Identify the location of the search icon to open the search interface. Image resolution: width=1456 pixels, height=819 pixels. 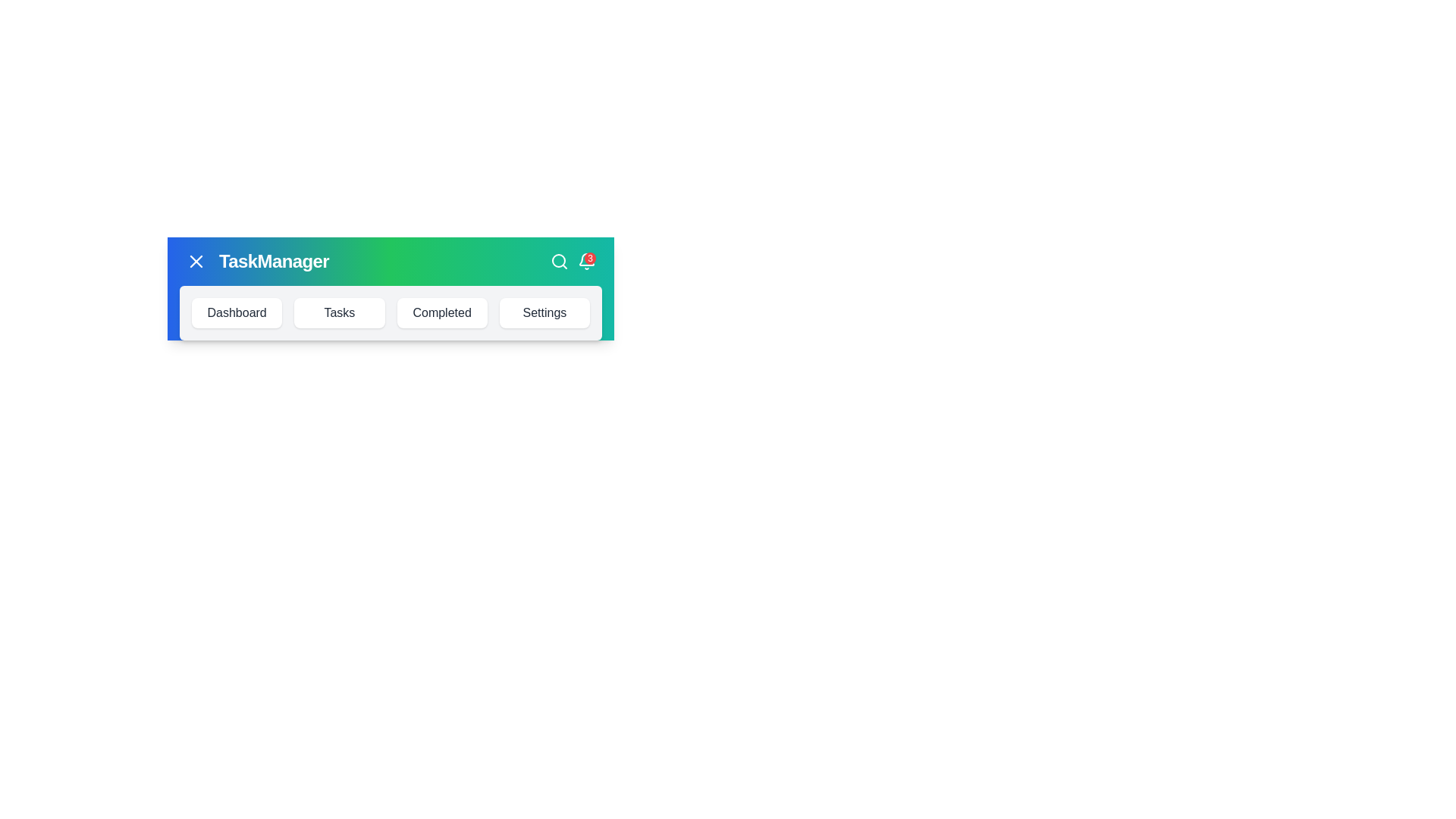
(559, 260).